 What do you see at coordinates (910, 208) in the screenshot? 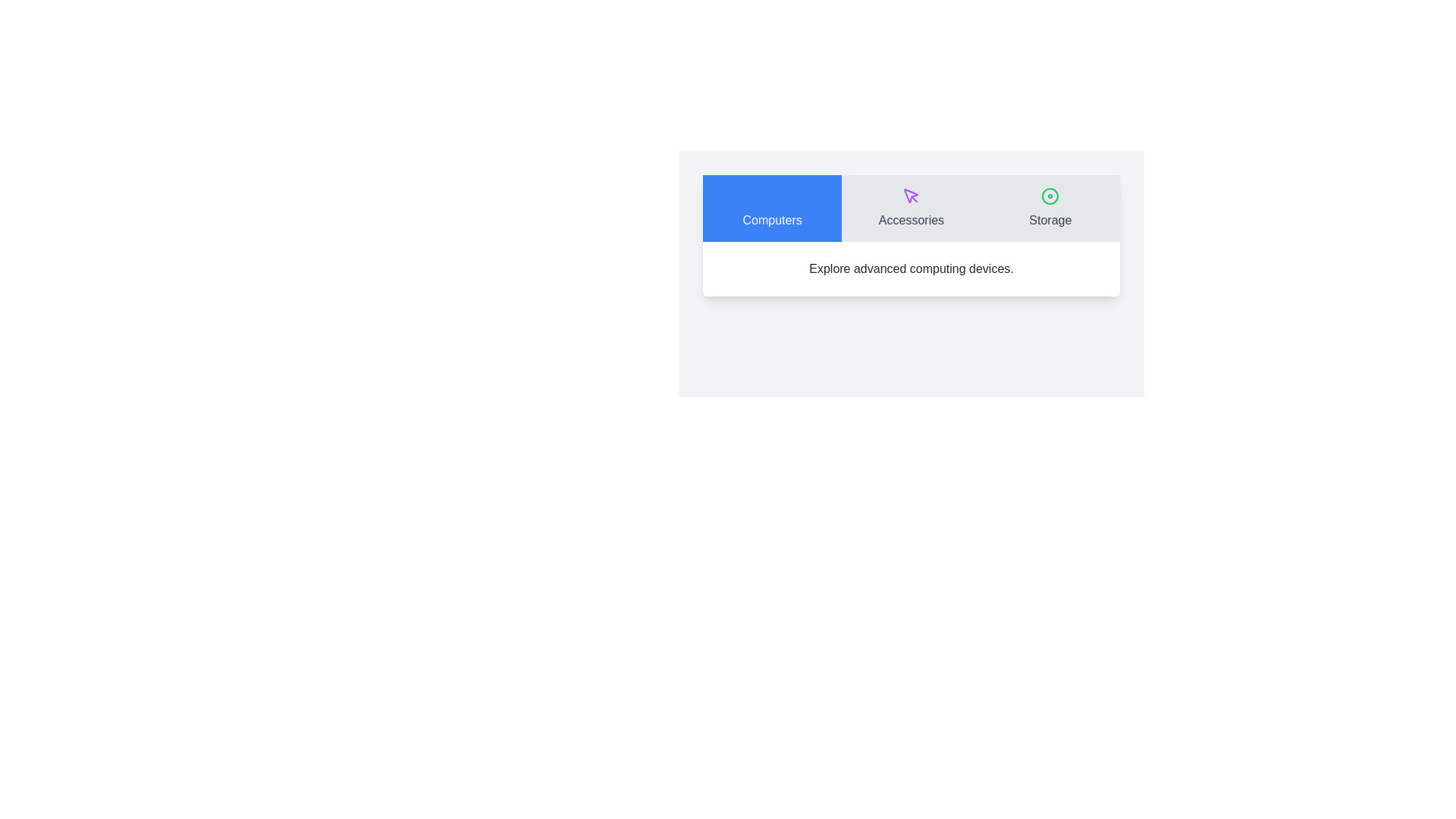
I see `the tab labeled Accessories` at bounding box center [910, 208].